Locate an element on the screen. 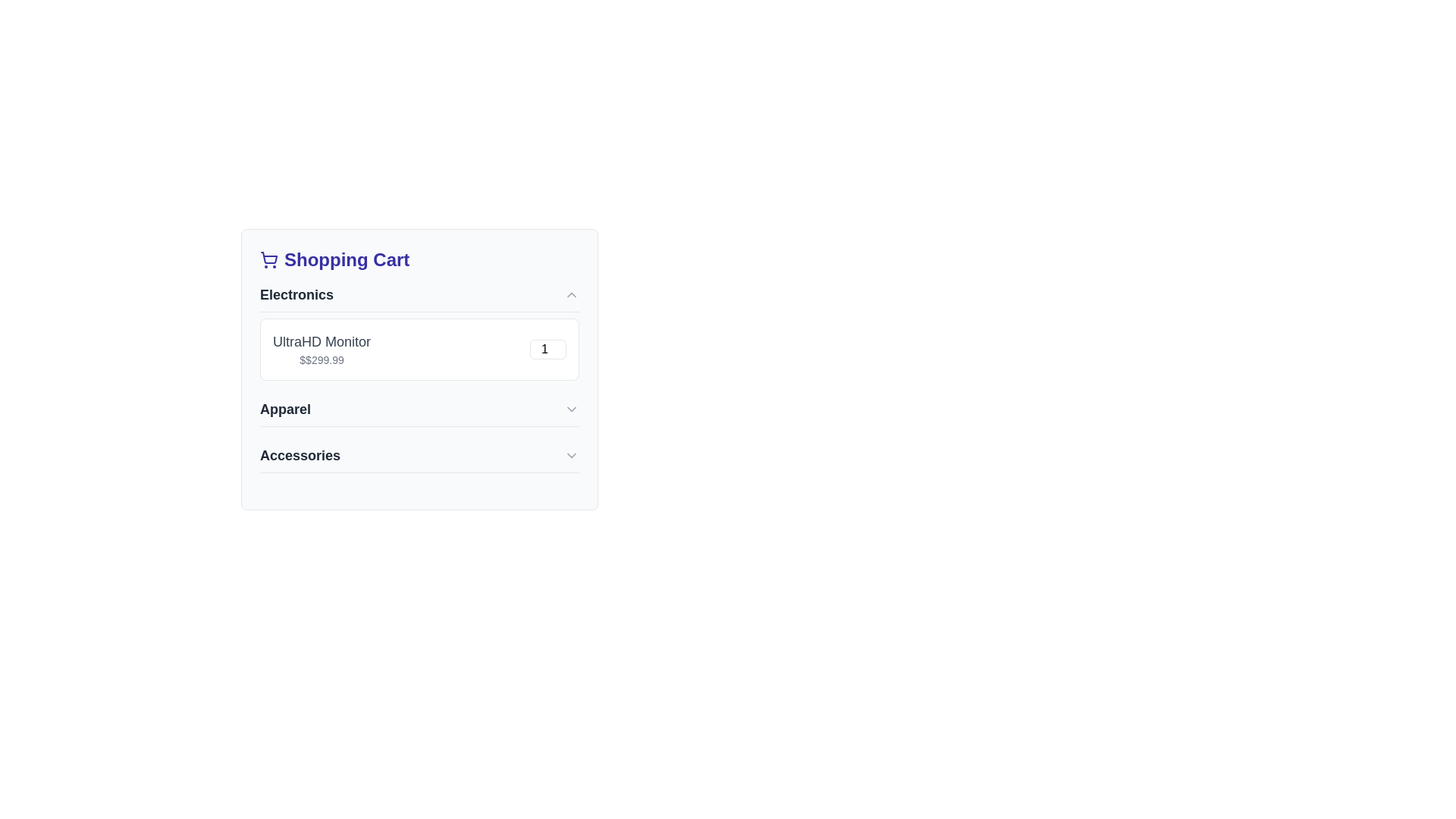 Image resolution: width=1456 pixels, height=819 pixels. the shopping cart icon located near the top-left corner of the 'Shopping Cart' section, which serves as a visual cue for related actions is located at coordinates (269, 259).